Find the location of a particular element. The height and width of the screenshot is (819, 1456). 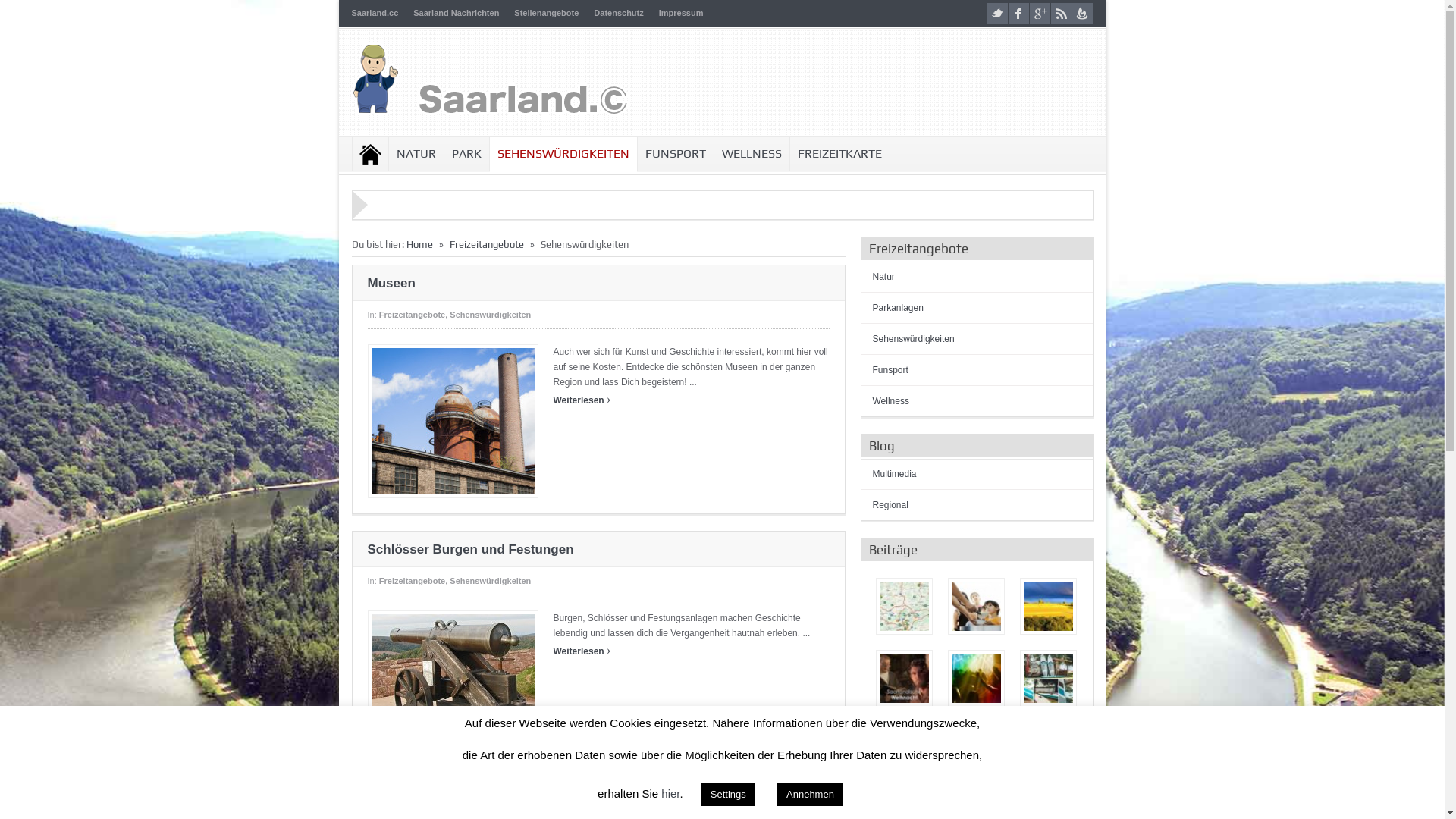

'rss' is located at coordinates (1060, 13).